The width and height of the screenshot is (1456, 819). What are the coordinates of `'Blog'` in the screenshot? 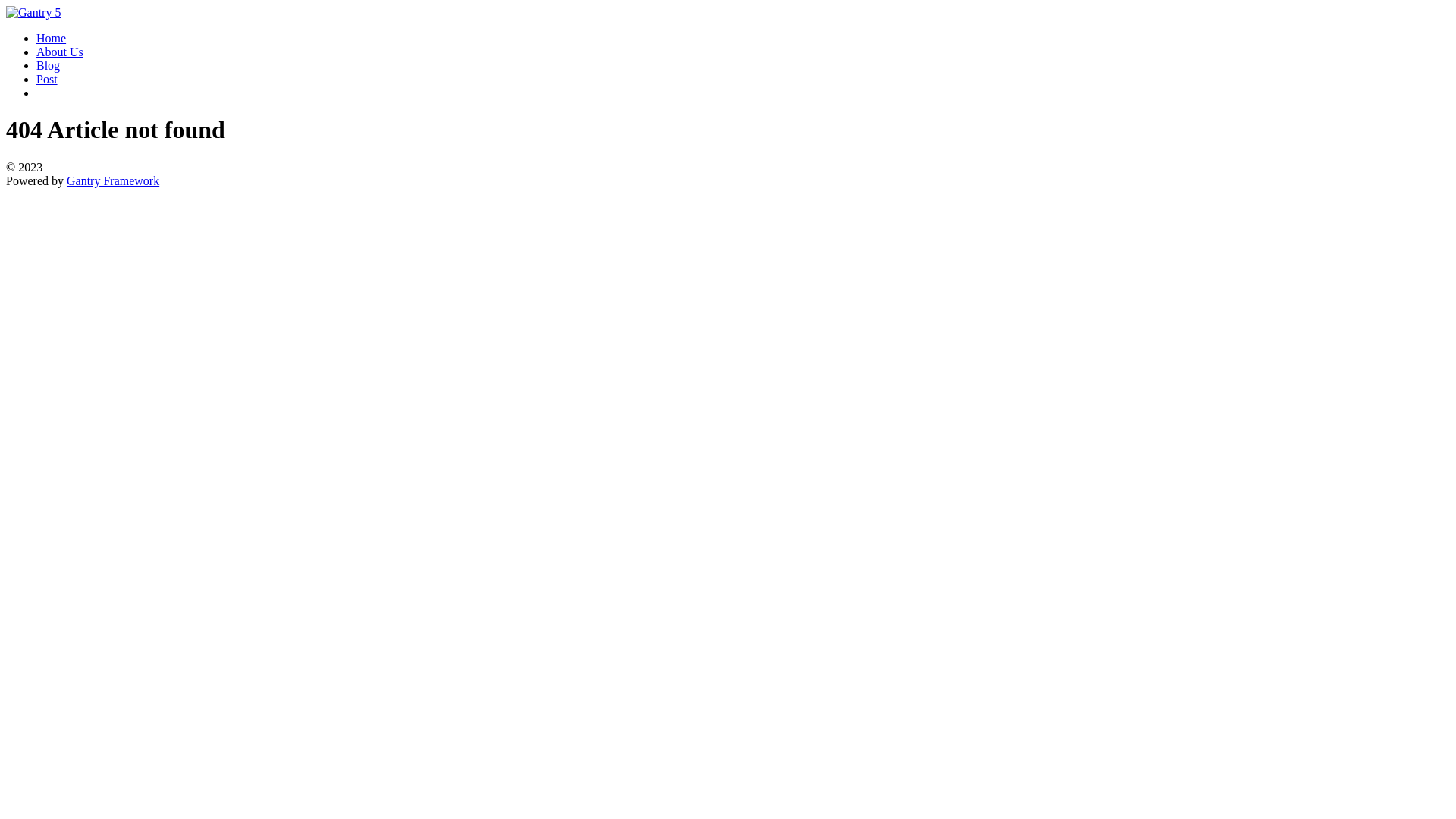 It's located at (48, 64).